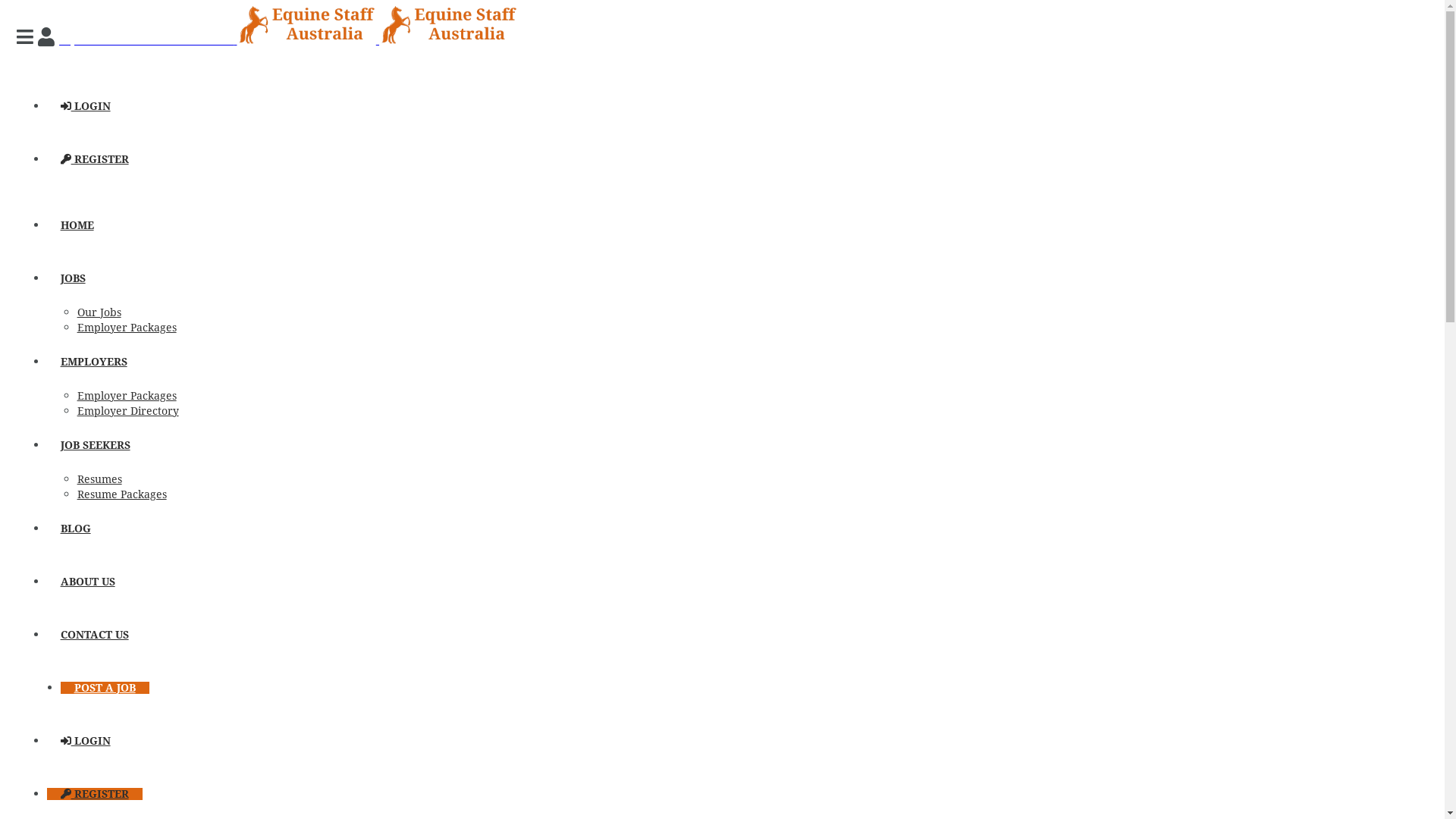  What do you see at coordinates (86, 581) in the screenshot?
I see `'ABOUT US'` at bounding box center [86, 581].